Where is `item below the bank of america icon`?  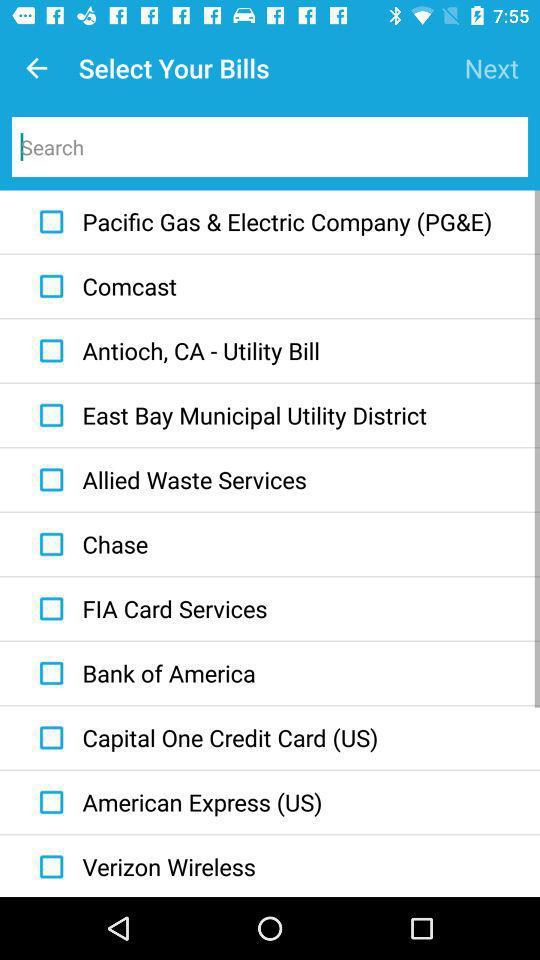
item below the bank of america icon is located at coordinates (203, 736).